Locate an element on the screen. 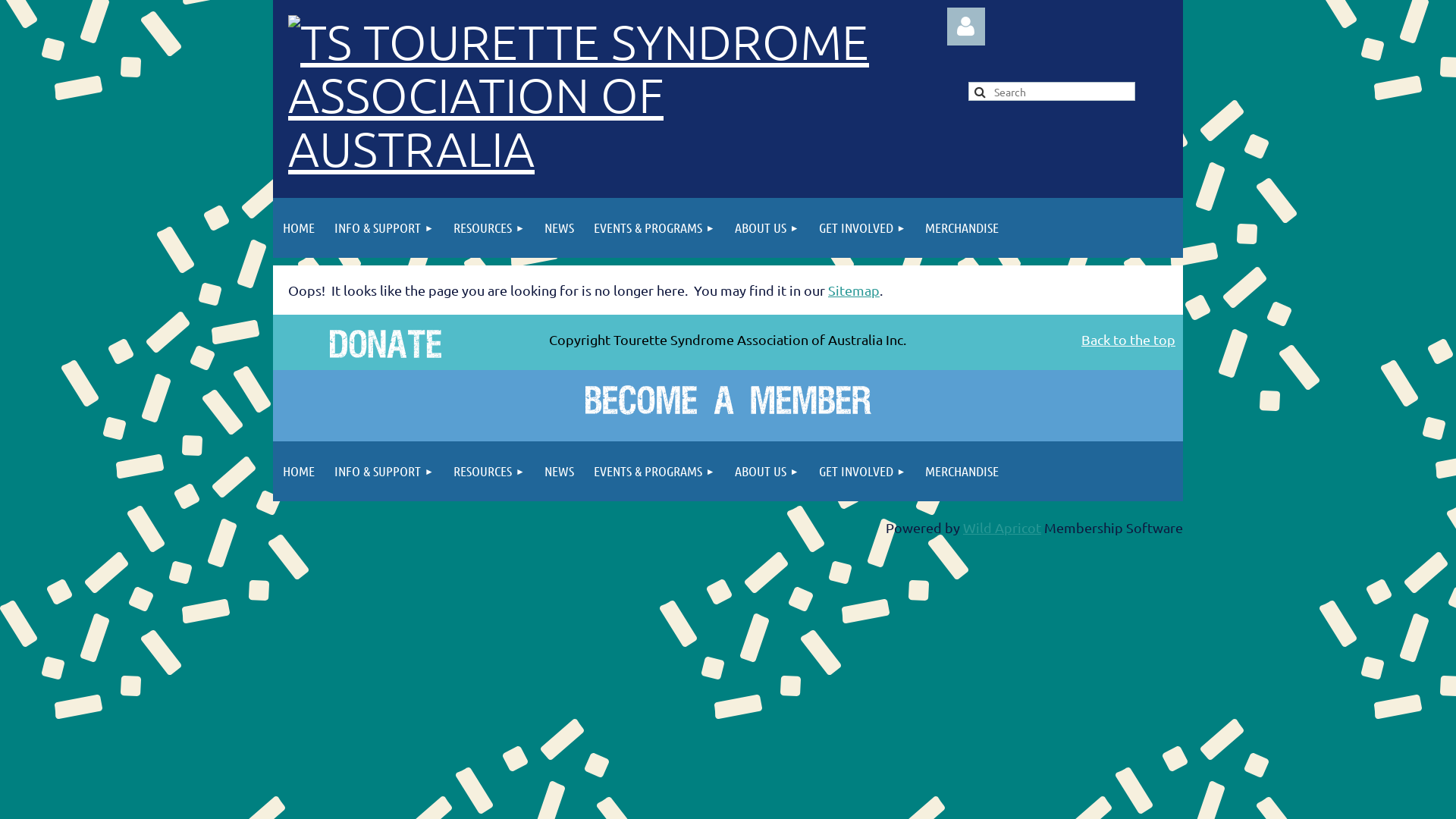 This screenshot has height=819, width=1456. 'Back to the top' is located at coordinates (1080, 338).